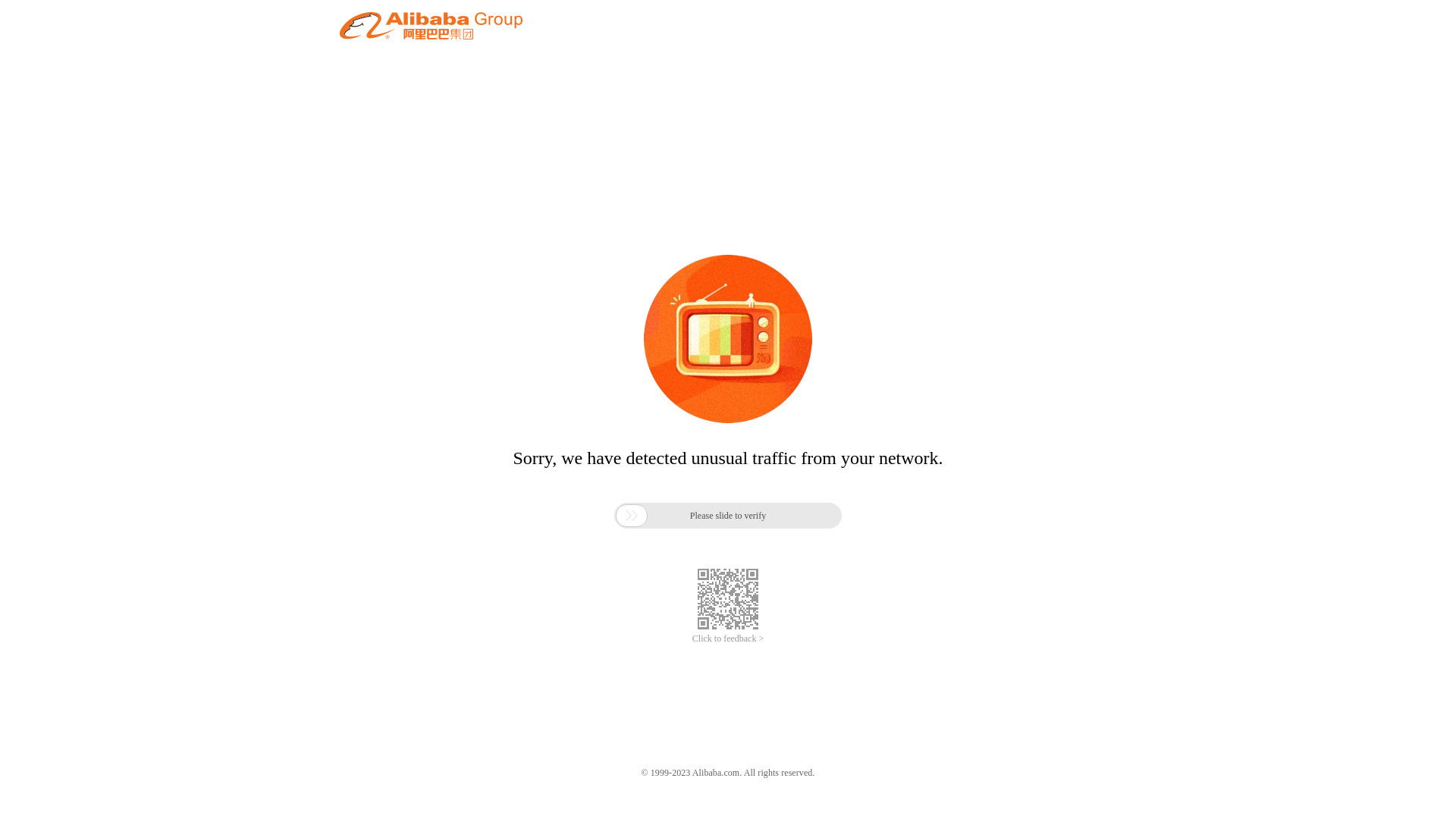  Describe the element at coordinates (728, 639) in the screenshot. I see `'Click to feedback >'` at that location.